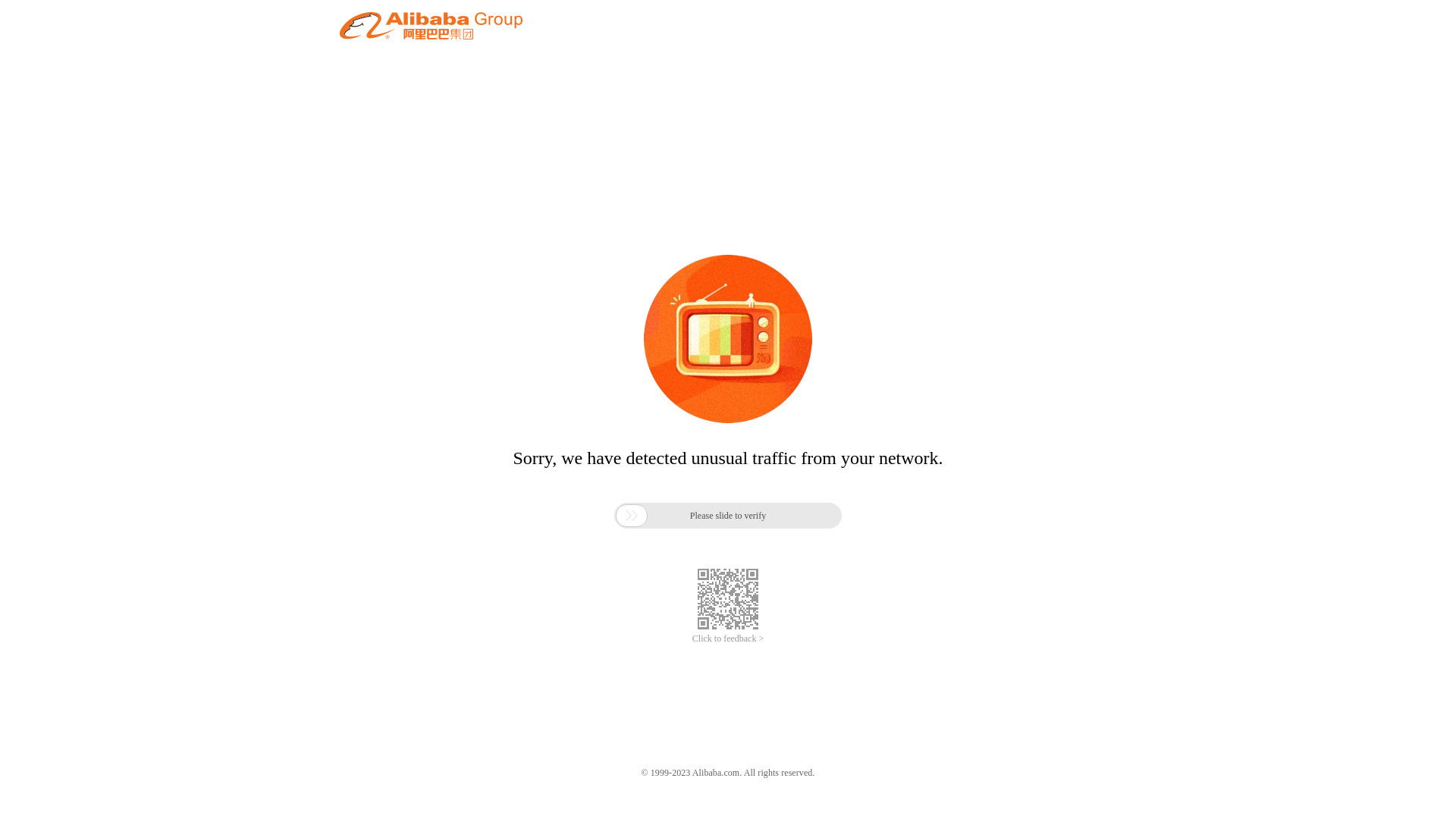  Describe the element at coordinates (728, 639) in the screenshot. I see `'Click to feedback >'` at that location.